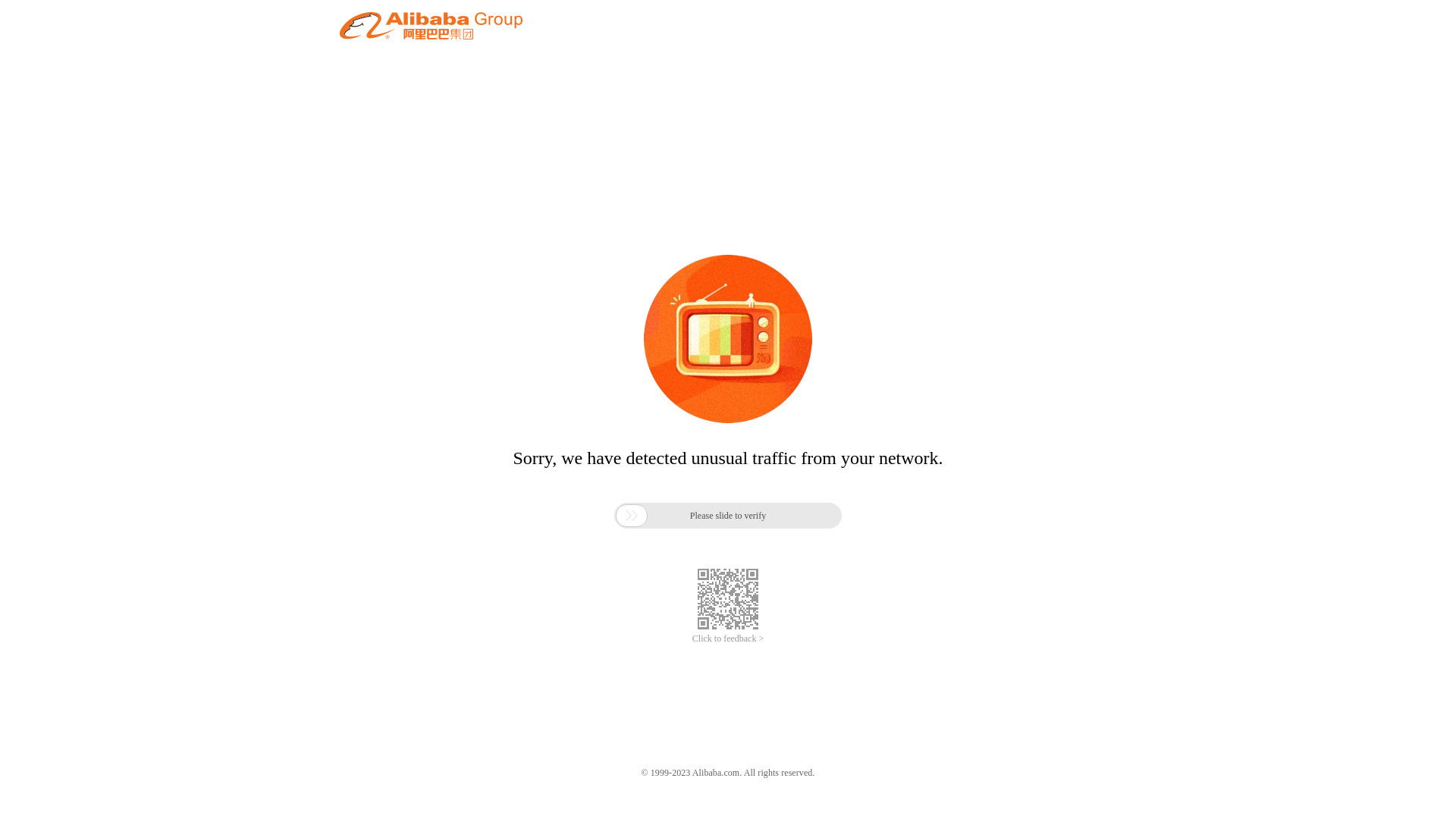  Describe the element at coordinates (728, 639) in the screenshot. I see `'Click to feedback >'` at that location.